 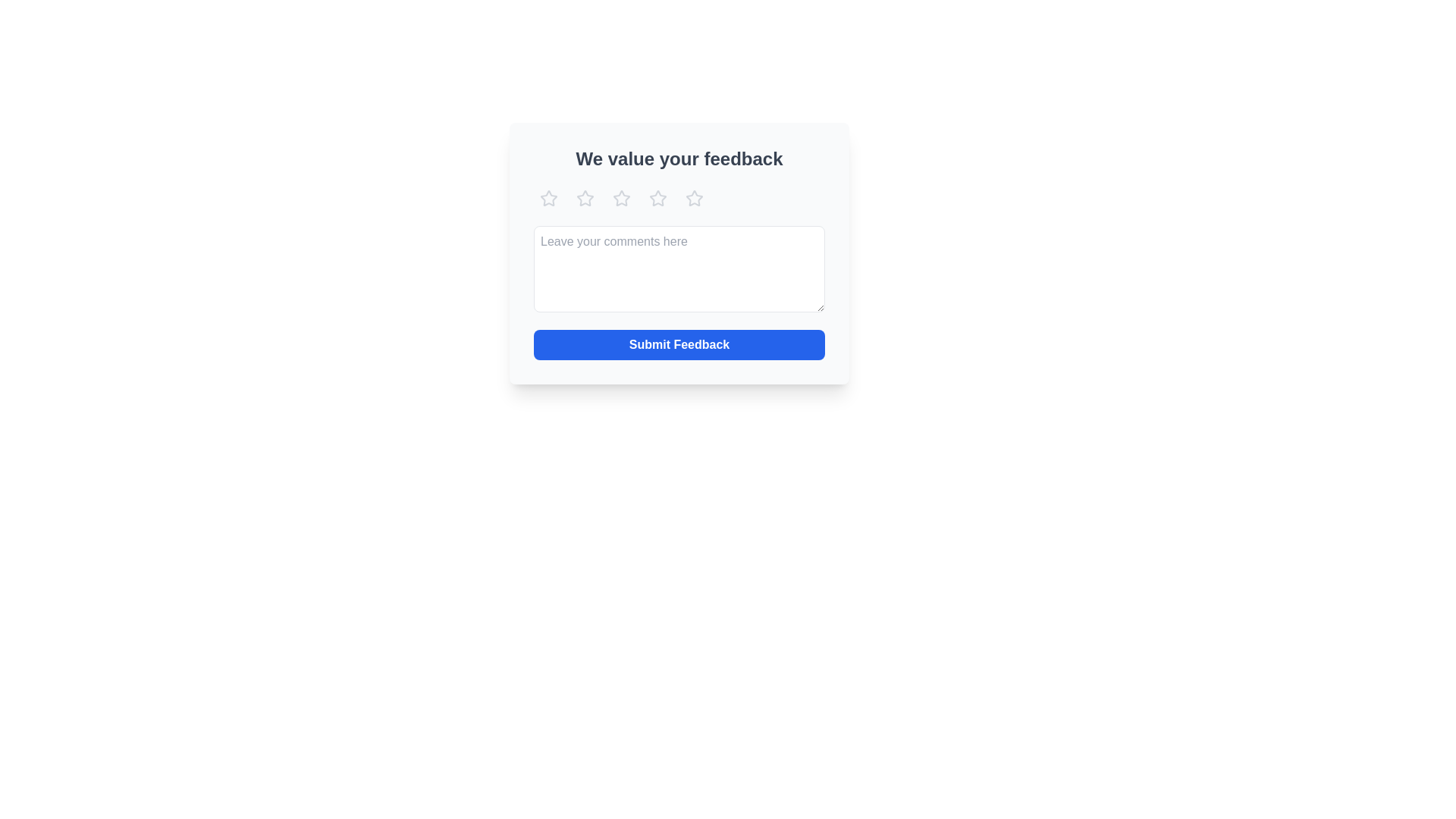 What do you see at coordinates (622, 198) in the screenshot?
I see `the third interactive star icon in a horizontal set of five stars at the top of the feedback modal` at bounding box center [622, 198].